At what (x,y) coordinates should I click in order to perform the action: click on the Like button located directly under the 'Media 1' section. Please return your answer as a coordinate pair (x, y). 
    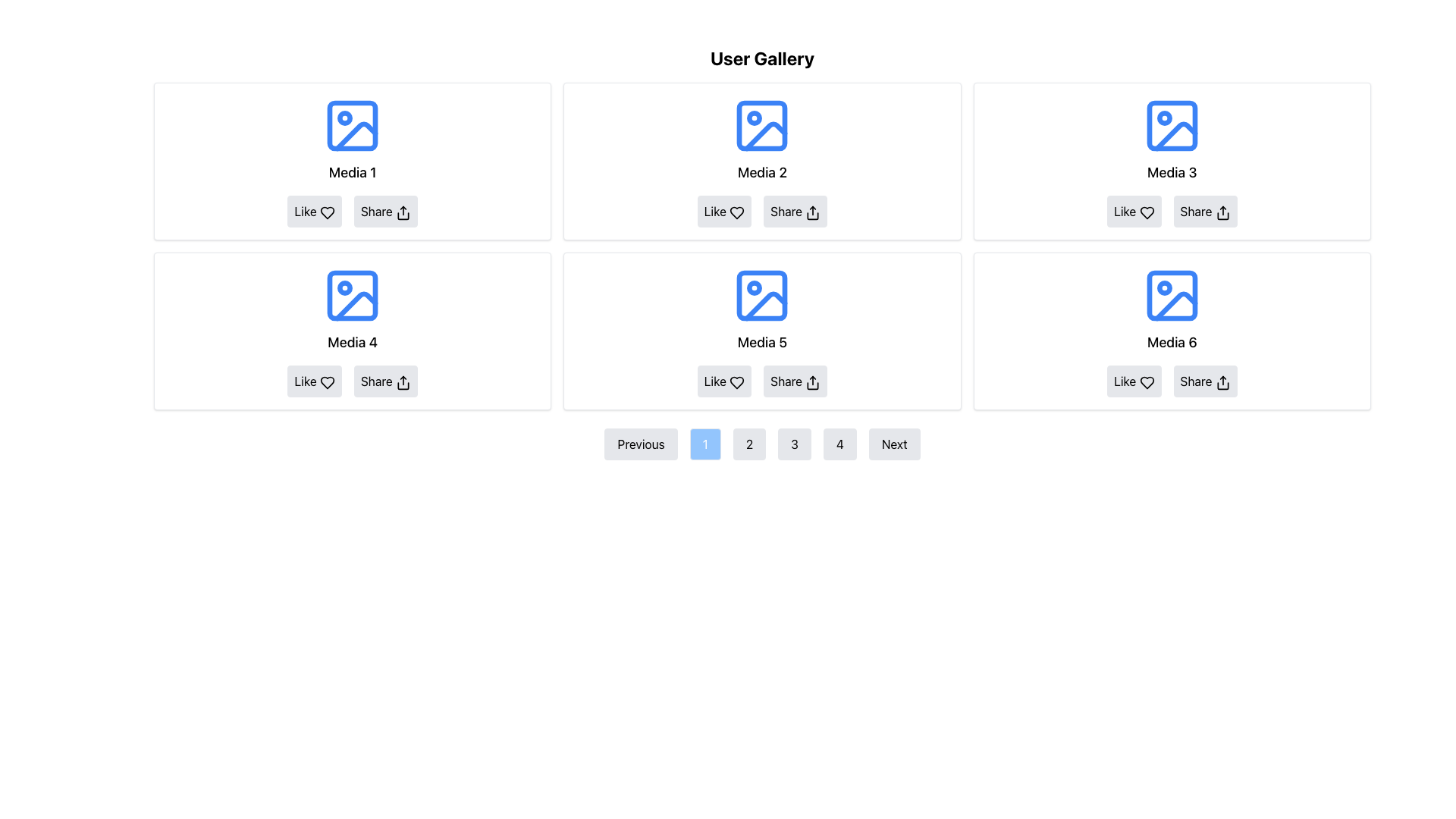
    Looking at the image, I should click on (313, 211).